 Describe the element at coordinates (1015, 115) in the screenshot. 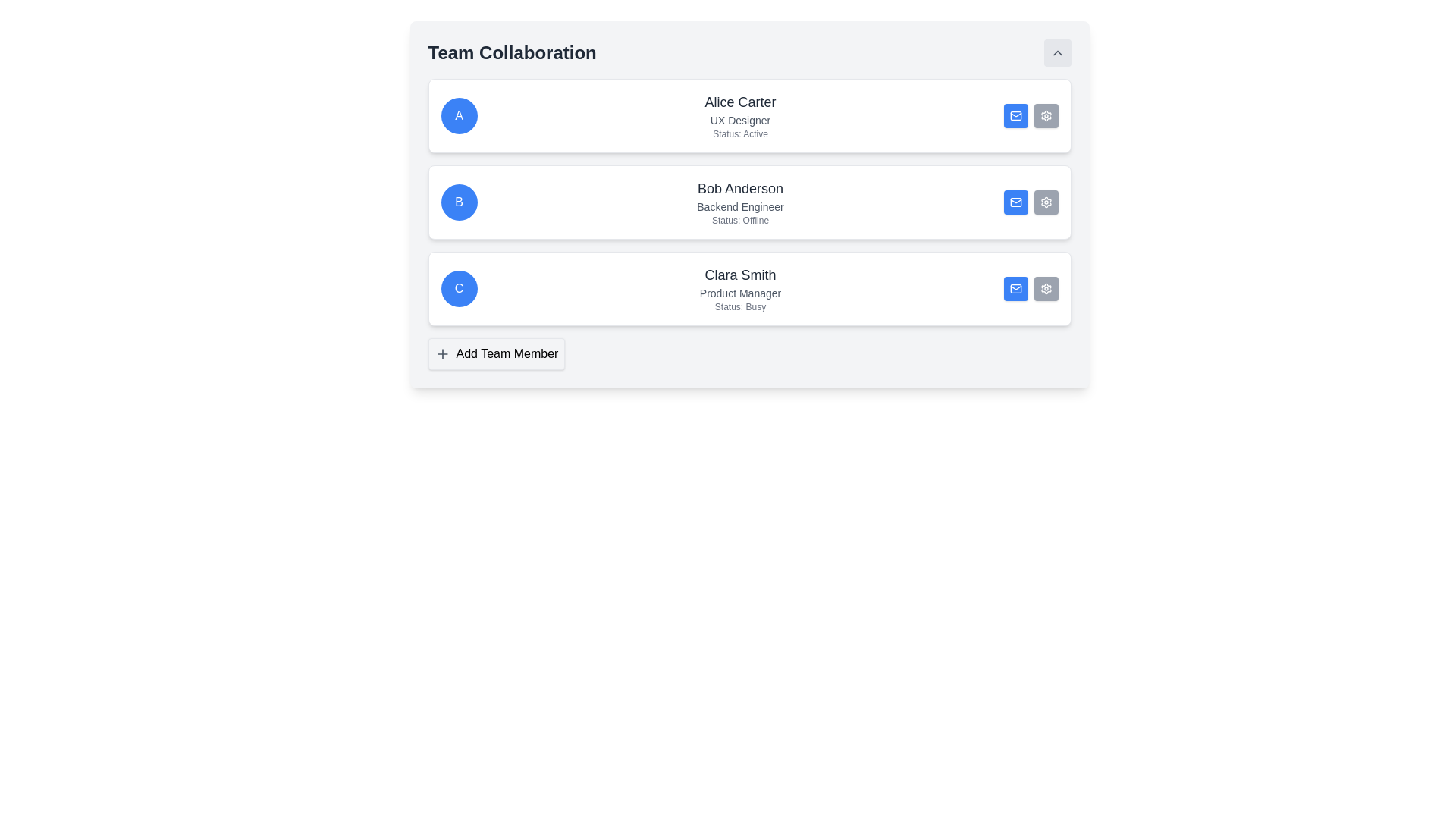

I see `the decorative shape within the mail icon located to the right of 'Alice Carter, UX Designer, Status: Active' in the user interface` at that location.